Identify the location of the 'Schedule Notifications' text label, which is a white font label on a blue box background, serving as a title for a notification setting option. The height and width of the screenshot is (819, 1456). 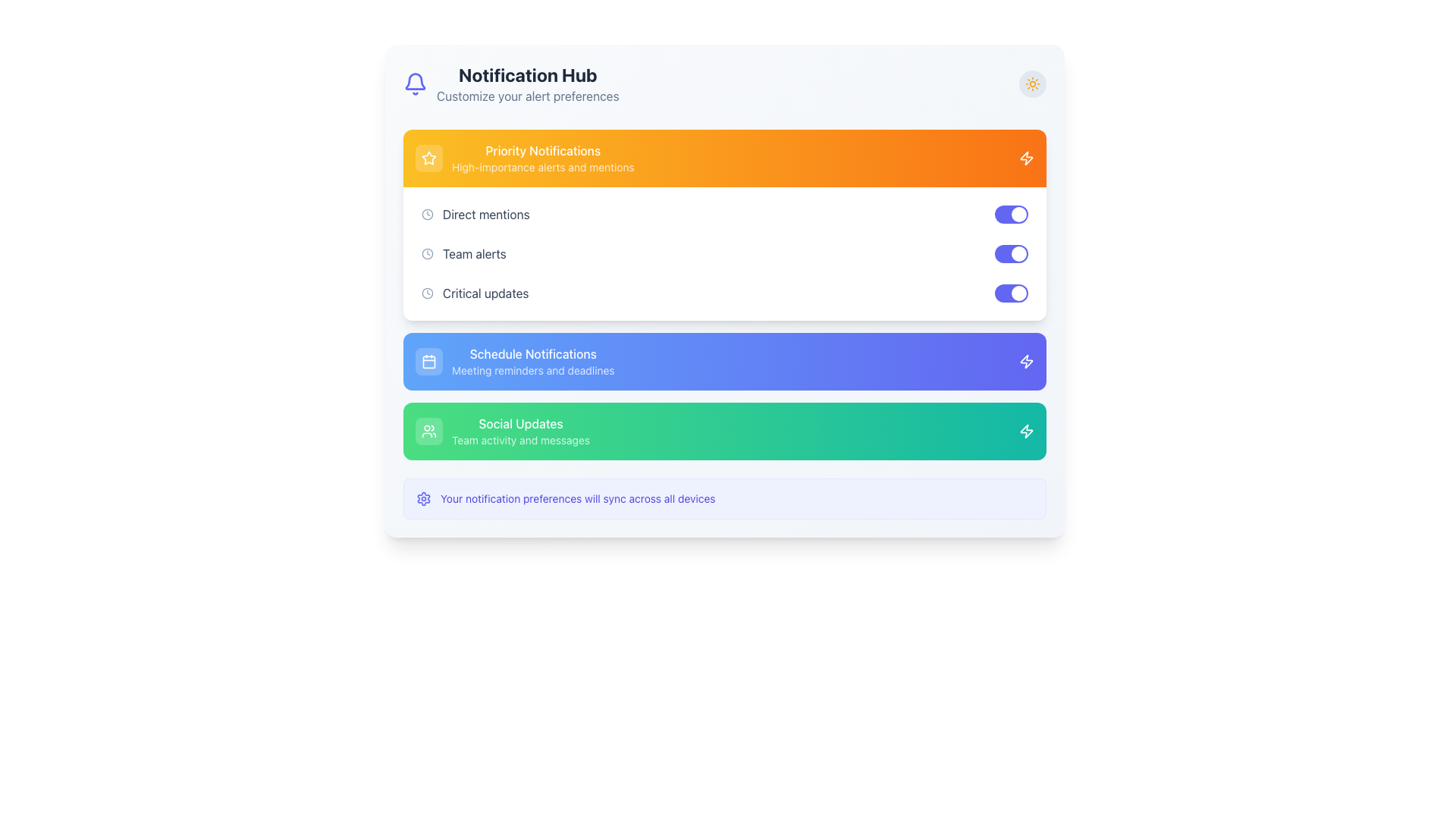
(533, 353).